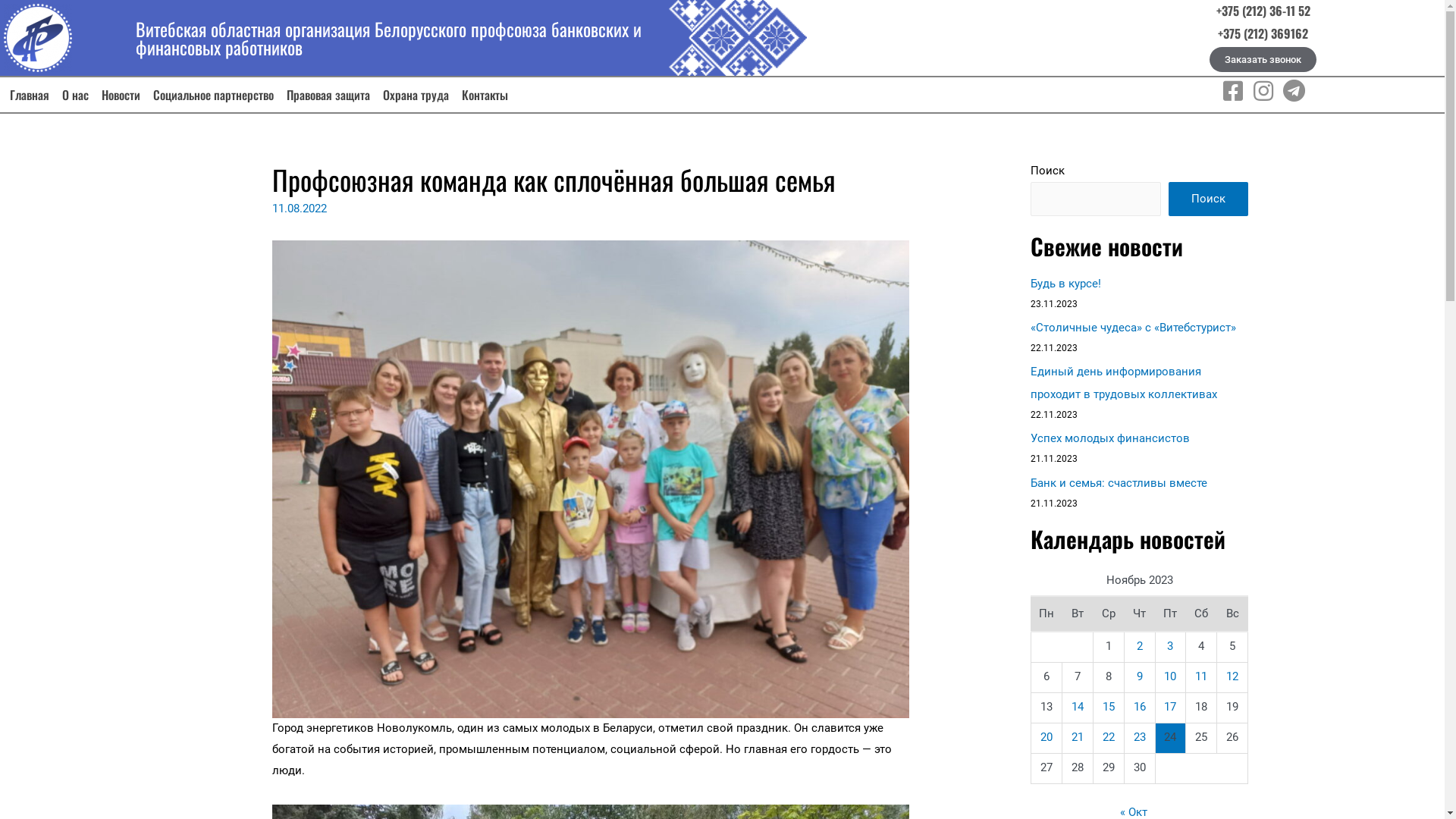 The height and width of the screenshot is (819, 1456). I want to click on '21', so click(1070, 736).